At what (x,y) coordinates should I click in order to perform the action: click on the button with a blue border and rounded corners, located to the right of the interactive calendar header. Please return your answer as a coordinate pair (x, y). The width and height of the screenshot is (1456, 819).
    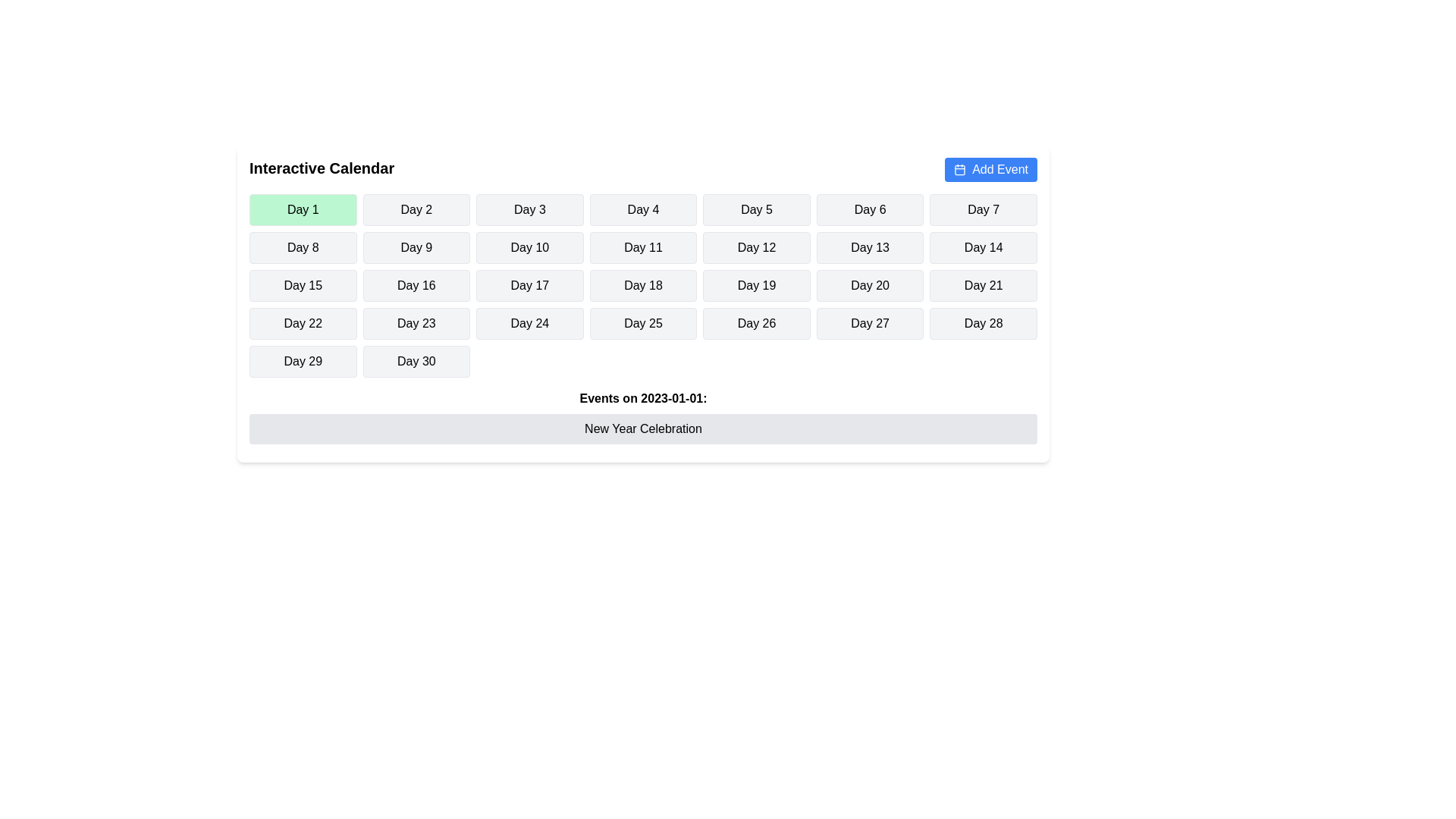
    Looking at the image, I should click on (959, 170).